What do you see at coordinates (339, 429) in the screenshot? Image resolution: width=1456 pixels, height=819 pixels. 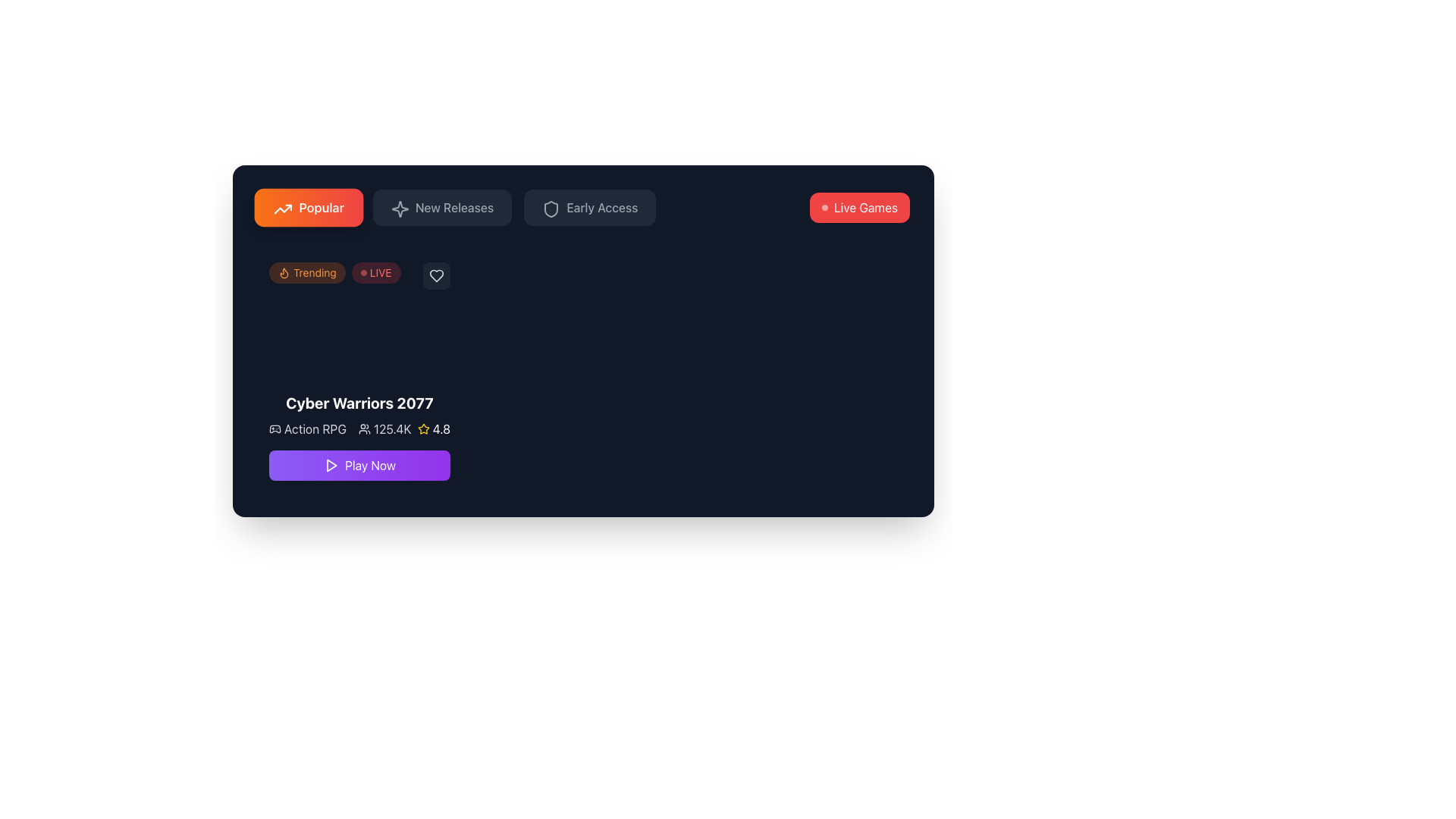 I see `the text label indicating the genre 'Action RPG' located at the leftmost side of the card component titled 'Cyber Warriors 2077'` at bounding box center [339, 429].